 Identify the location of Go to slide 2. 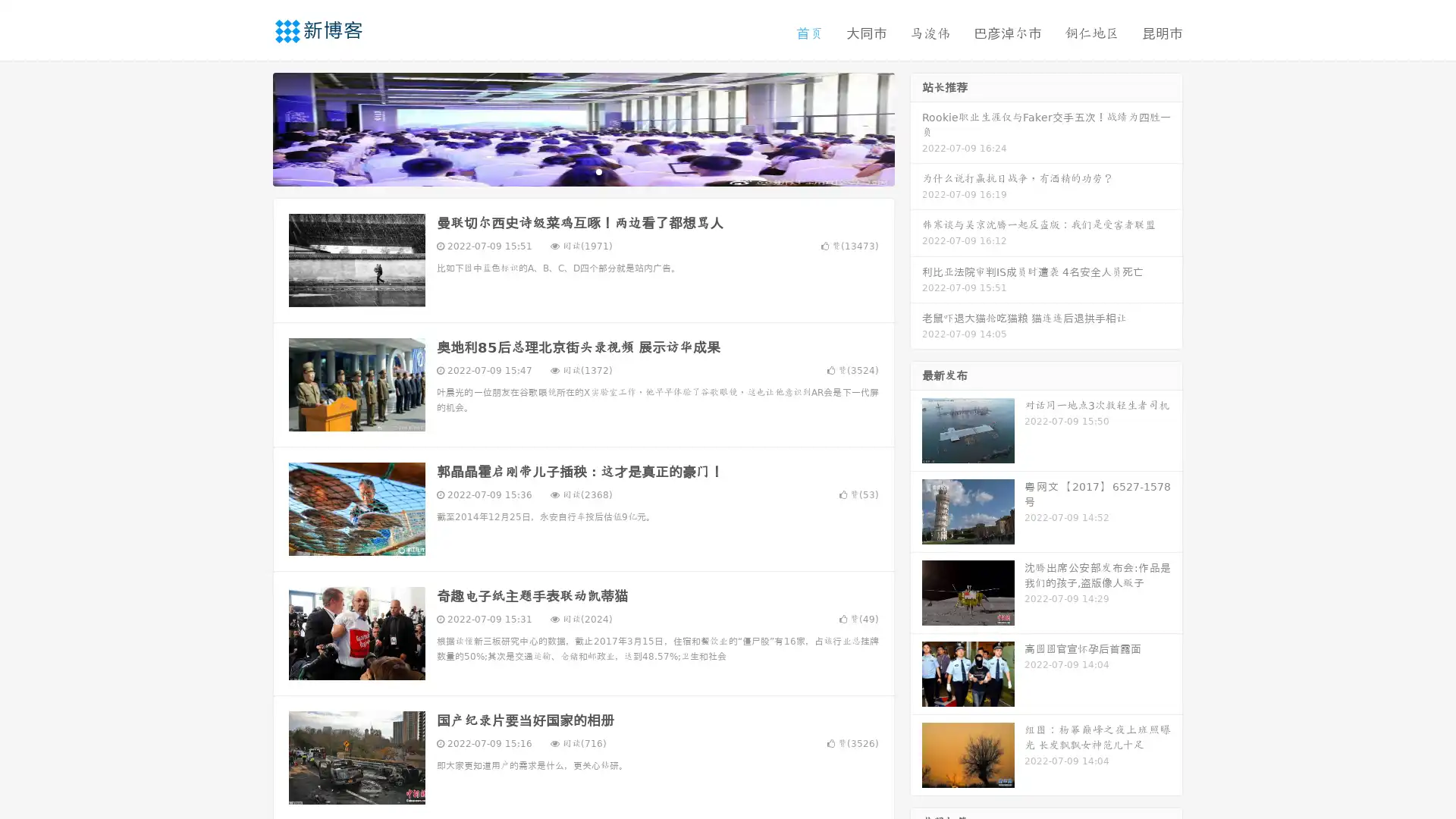
(582, 171).